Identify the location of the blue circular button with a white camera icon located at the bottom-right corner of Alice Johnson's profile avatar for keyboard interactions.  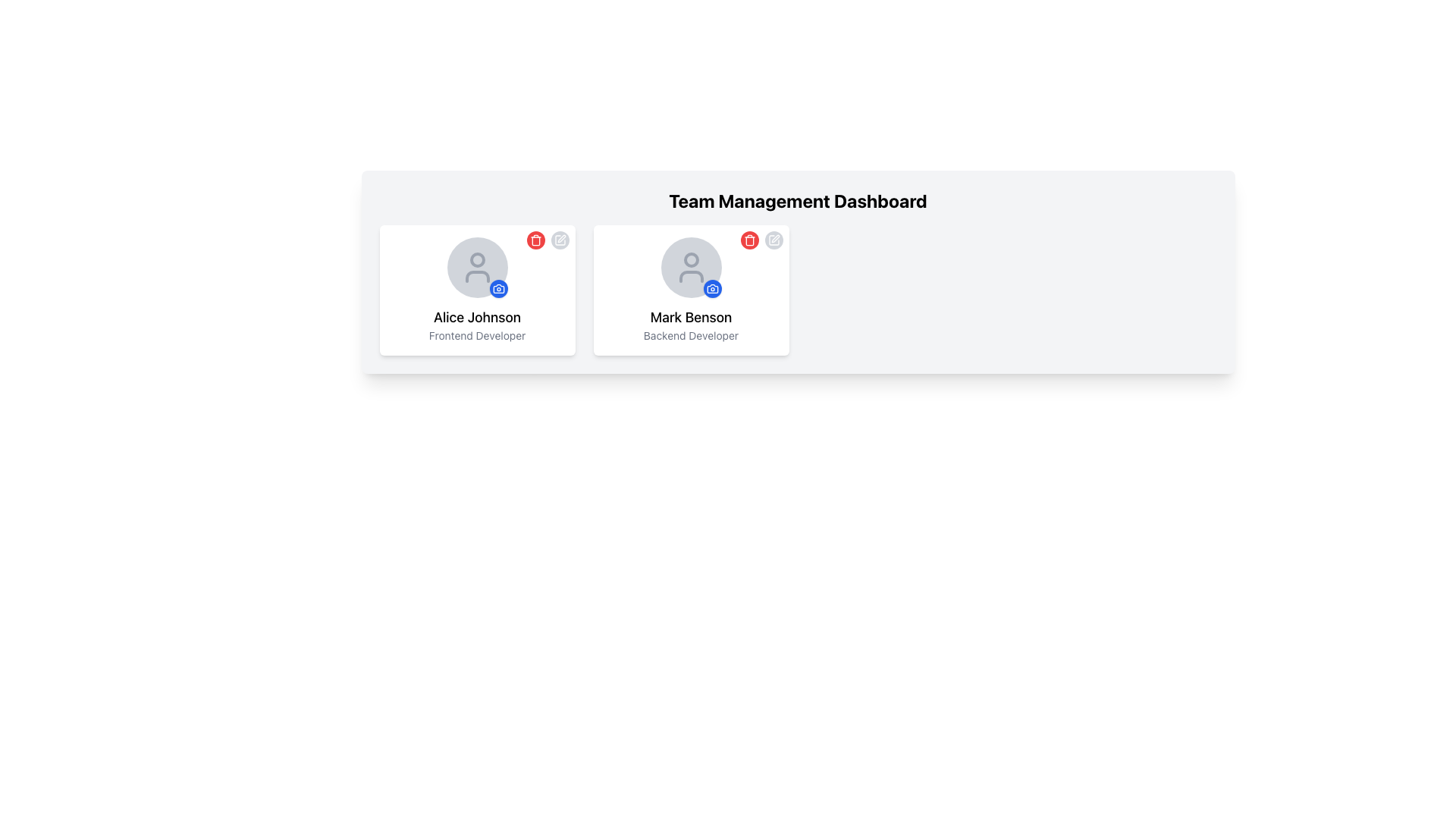
(498, 289).